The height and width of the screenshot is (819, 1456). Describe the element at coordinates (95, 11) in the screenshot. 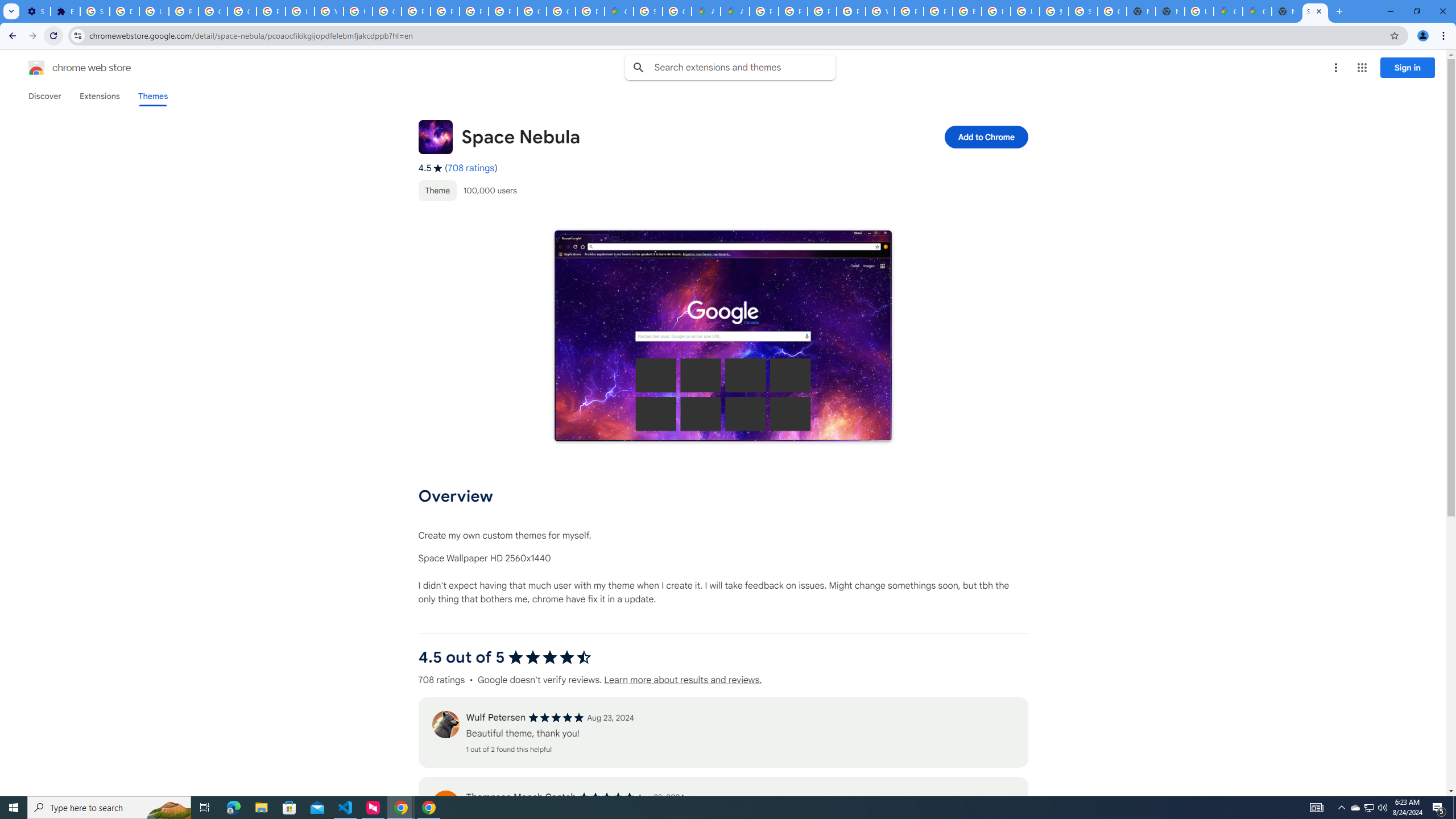

I see `'Sign in - Google Accounts'` at that location.